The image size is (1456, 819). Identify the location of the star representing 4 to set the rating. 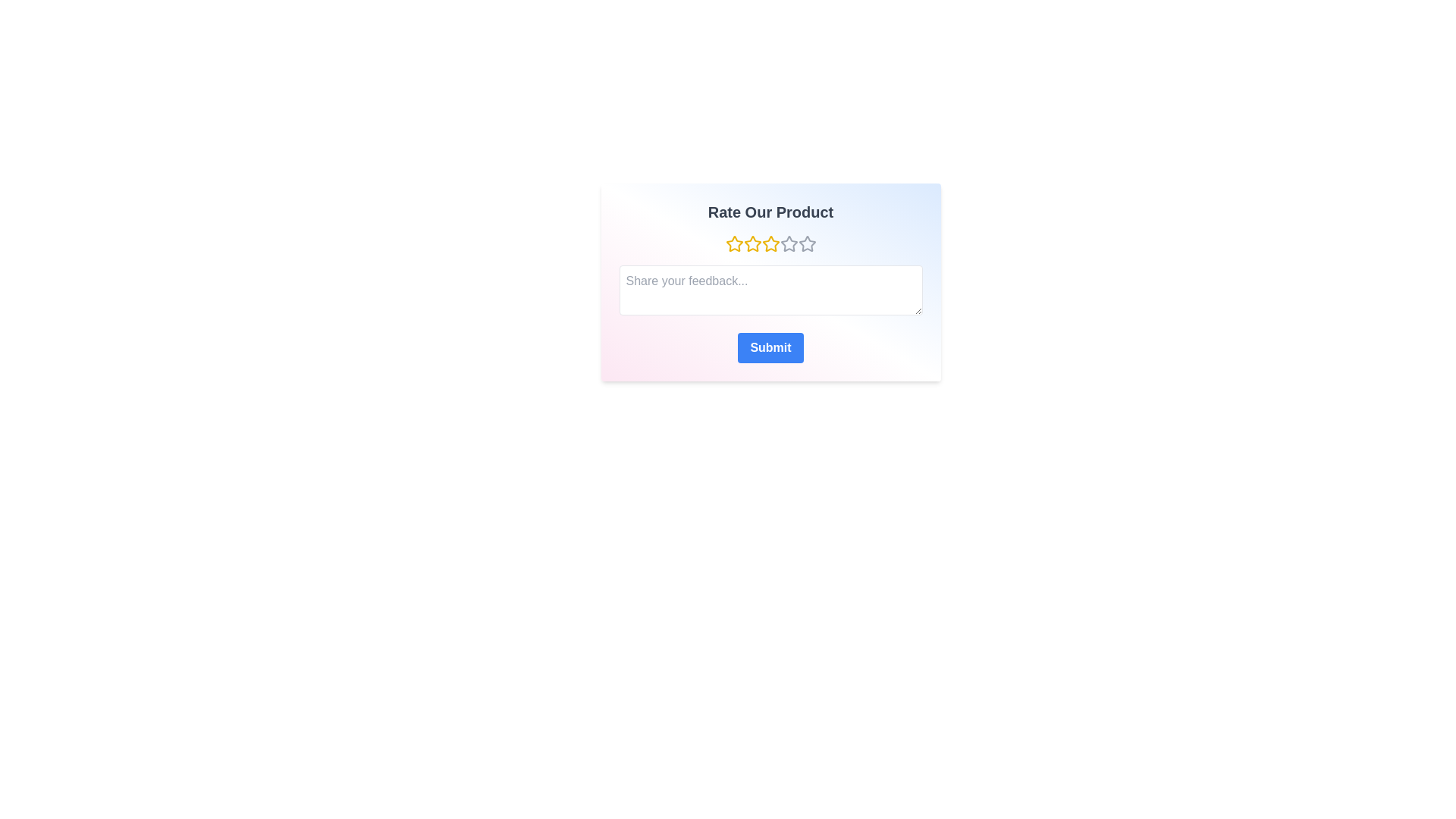
(789, 243).